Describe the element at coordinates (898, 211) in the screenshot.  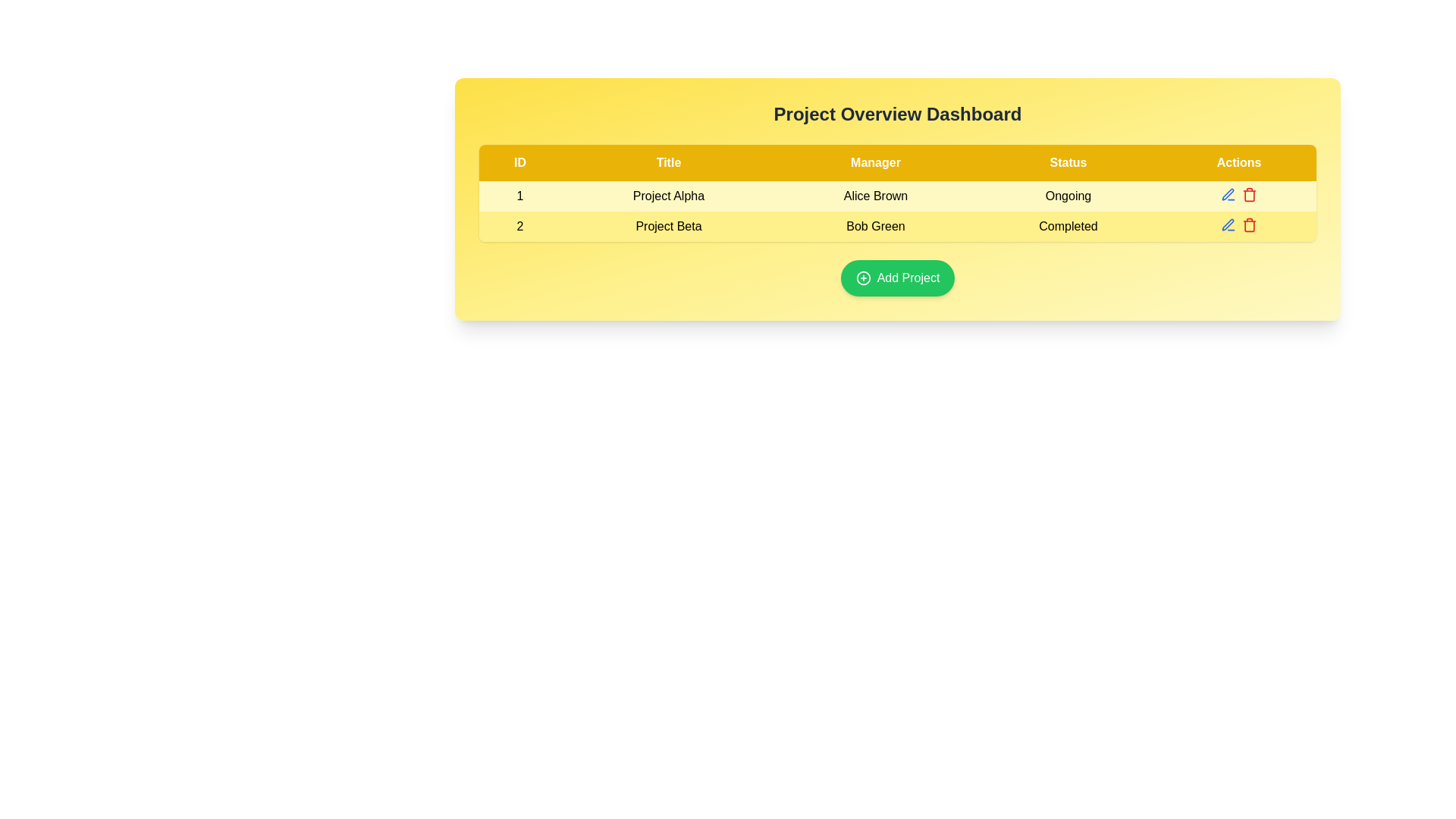
I see `the second row in the project management table that displays details about 'Project Beta' managed by 'Bob Green' with a status of 'Completed'` at that location.